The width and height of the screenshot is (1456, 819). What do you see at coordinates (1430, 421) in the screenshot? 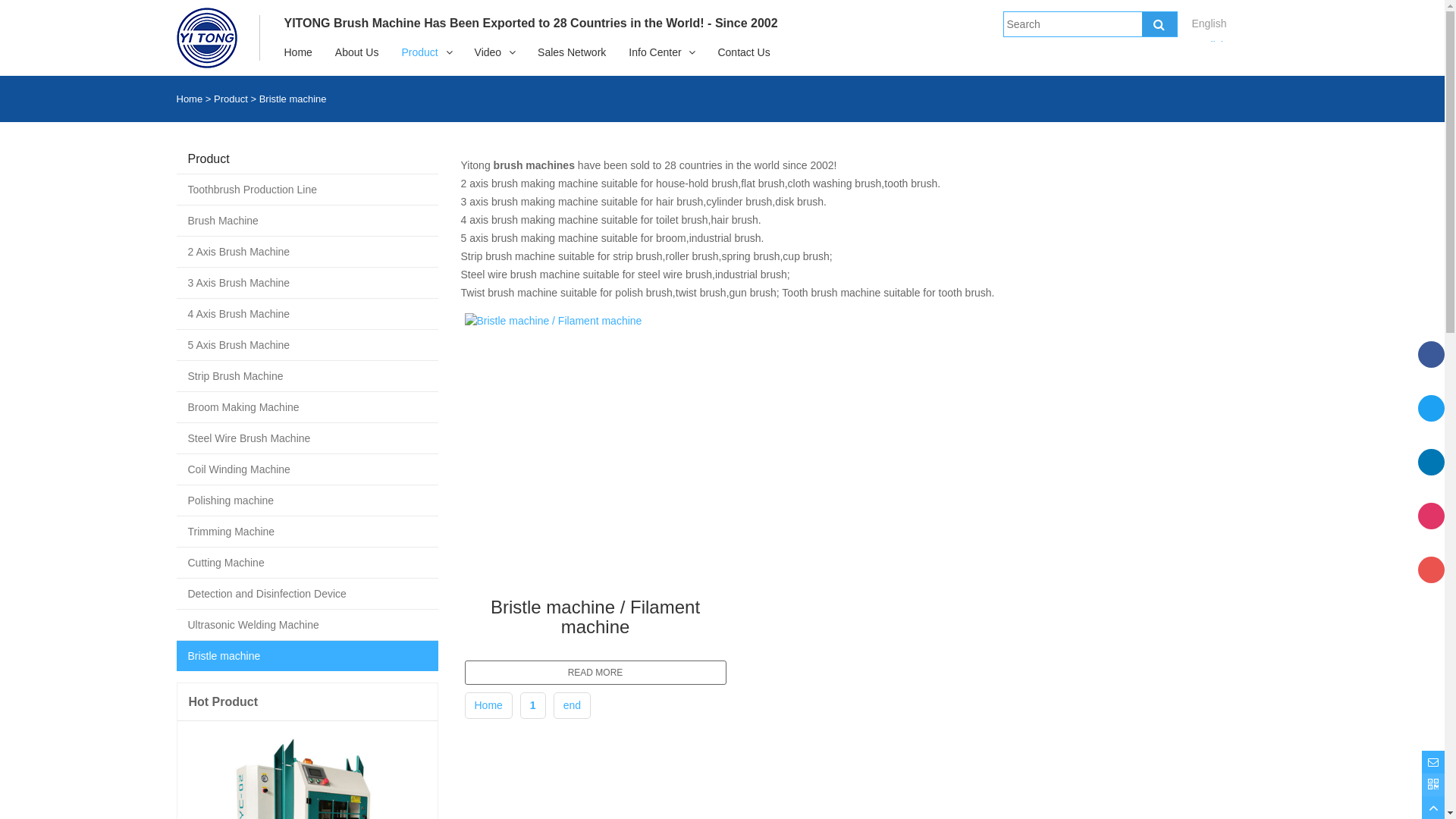
I see `'twitter'` at bounding box center [1430, 421].